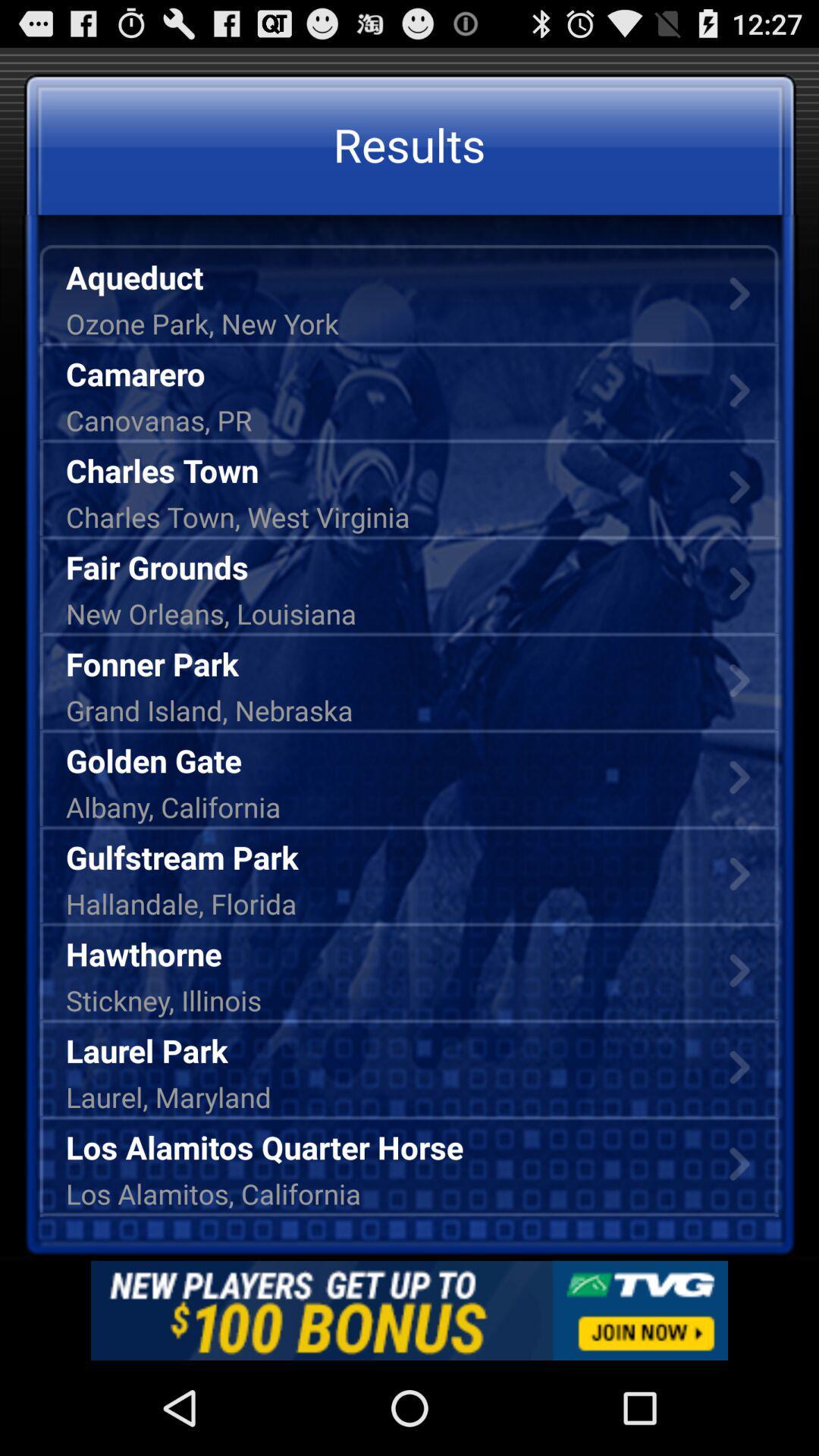 The width and height of the screenshot is (819, 1456). I want to click on opens advertisement, so click(409, 1310).